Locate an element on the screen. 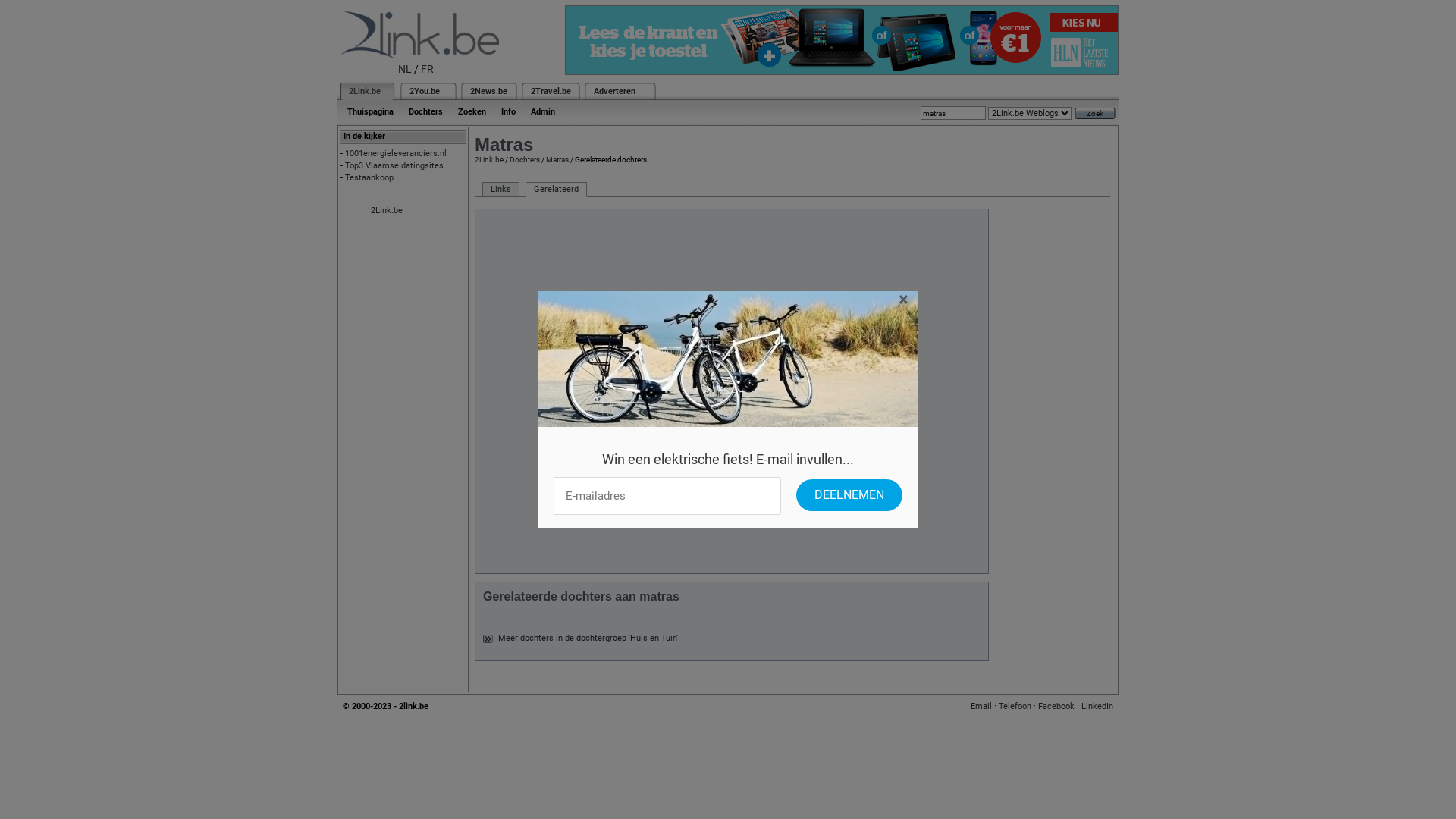 The width and height of the screenshot is (1456, 819). 'Meer dochters in de dochtergroep 'Huis en Tuin'' is located at coordinates (587, 638).